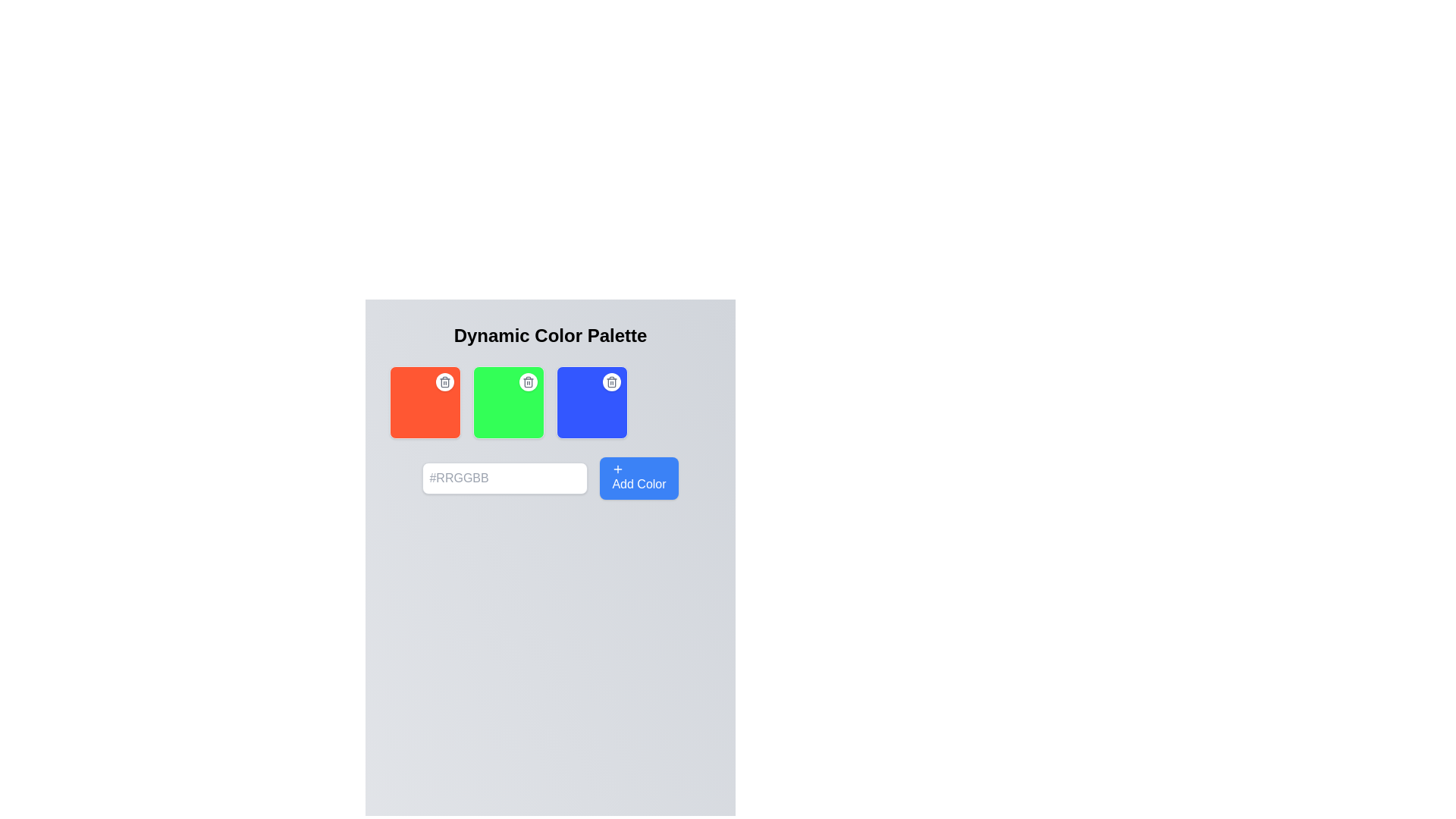  What do you see at coordinates (618, 468) in the screenshot?
I see `the icon indicating the ability to add new colors, which is centrally located within the blue 'Add Color' button at the bottom-right section of the interface` at bounding box center [618, 468].